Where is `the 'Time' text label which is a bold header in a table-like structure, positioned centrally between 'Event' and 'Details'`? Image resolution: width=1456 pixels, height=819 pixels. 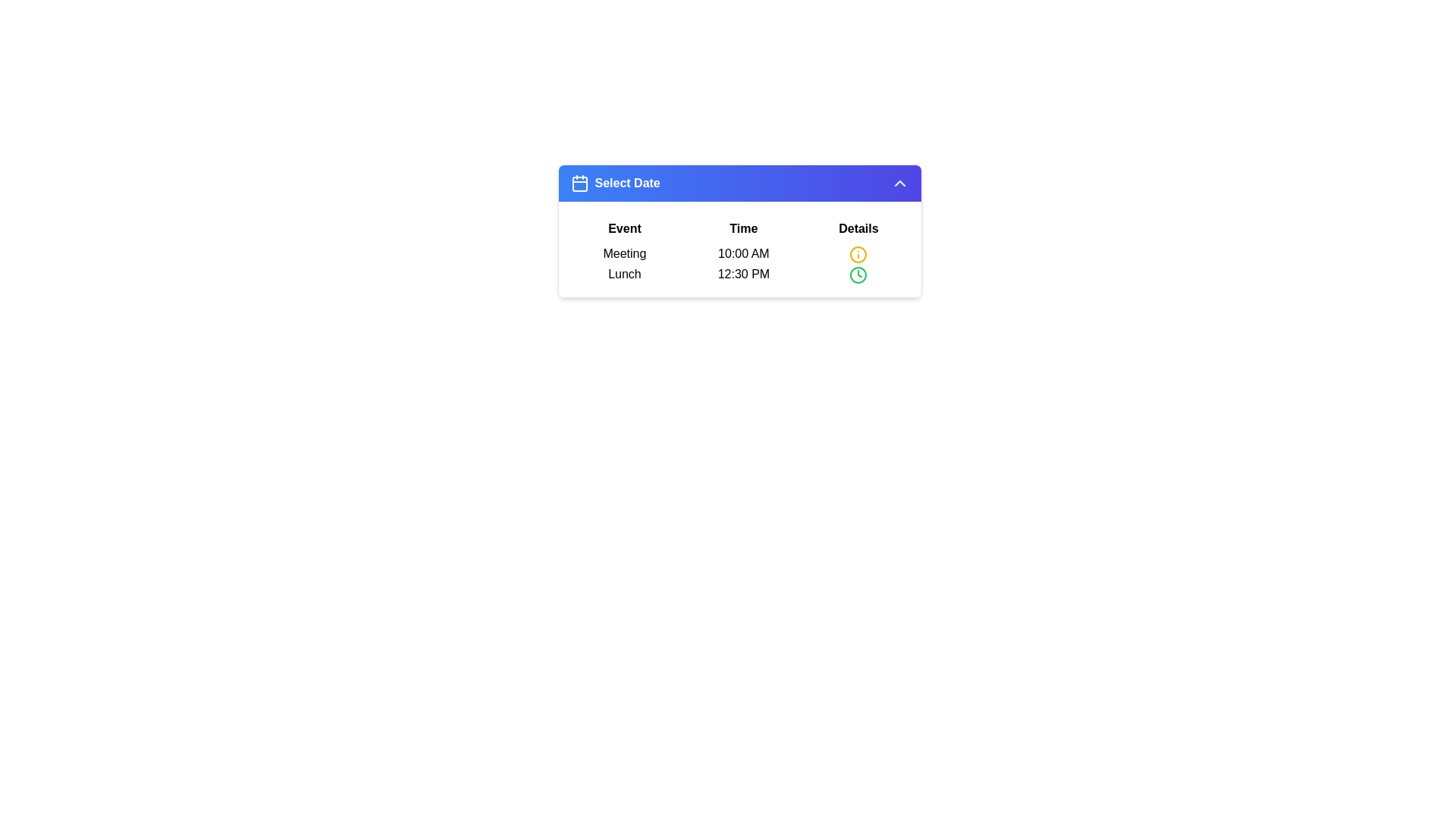 the 'Time' text label which is a bold header in a table-like structure, positioned centrally between 'Event' and 'Details' is located at coordinates (739, 231).